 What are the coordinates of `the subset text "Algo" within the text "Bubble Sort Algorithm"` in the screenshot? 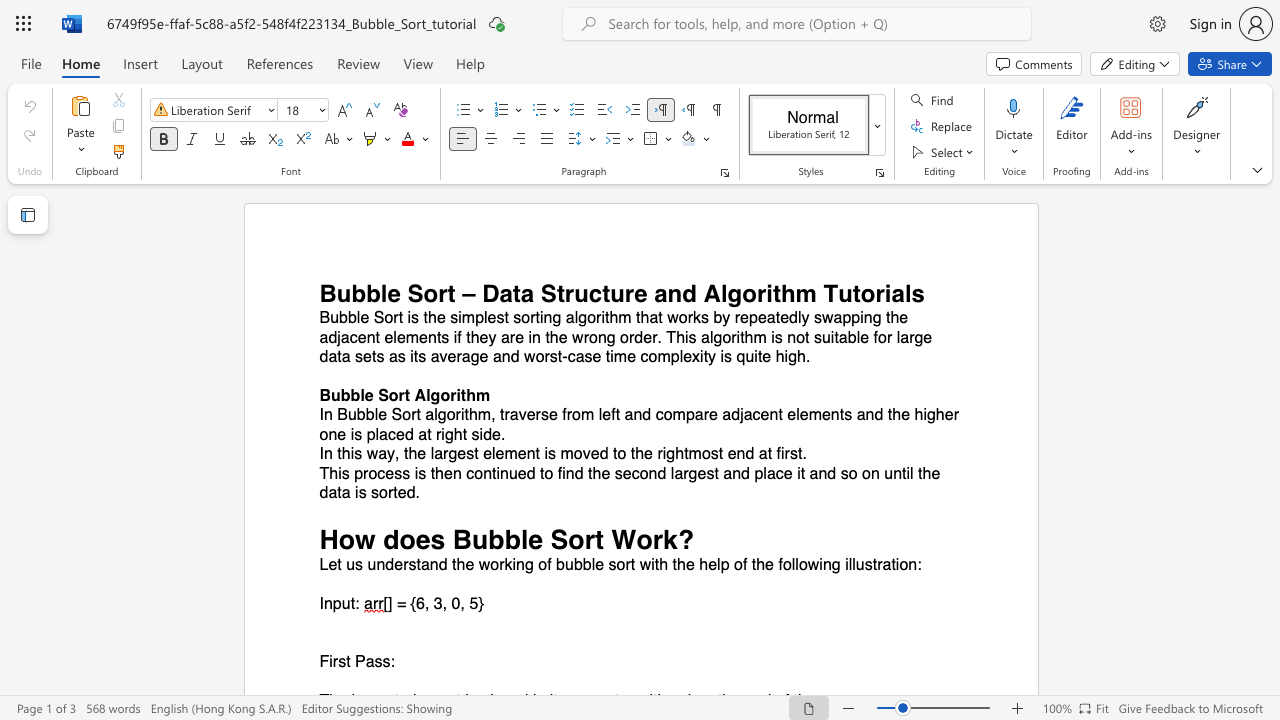 It's located at (413, 395).